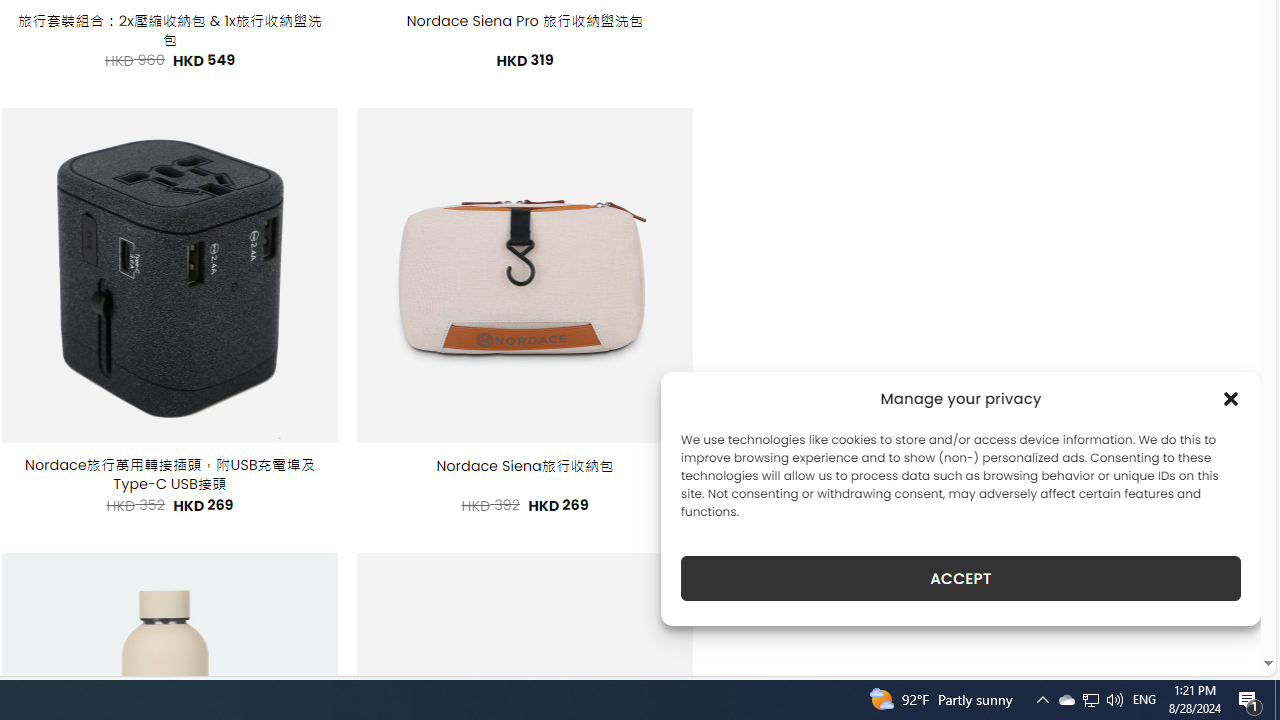  What do you see at coordinates (1230, 398) in the screenshot?
I see `'Class: cmplz-close'` at bounding box center [1230, 398].